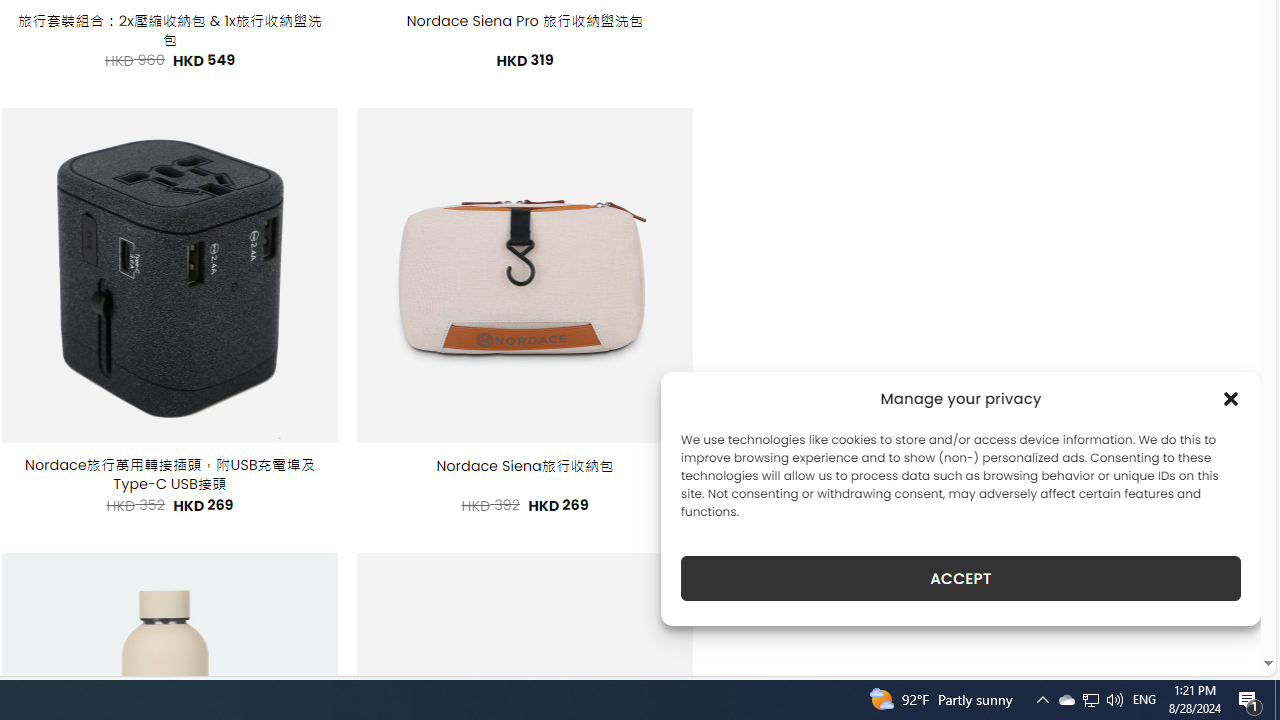  What do you see at coordinates (1230, 398) in the screenshot?
I see `'Class: cmplz-close'` at bounding box center [1230, 398].